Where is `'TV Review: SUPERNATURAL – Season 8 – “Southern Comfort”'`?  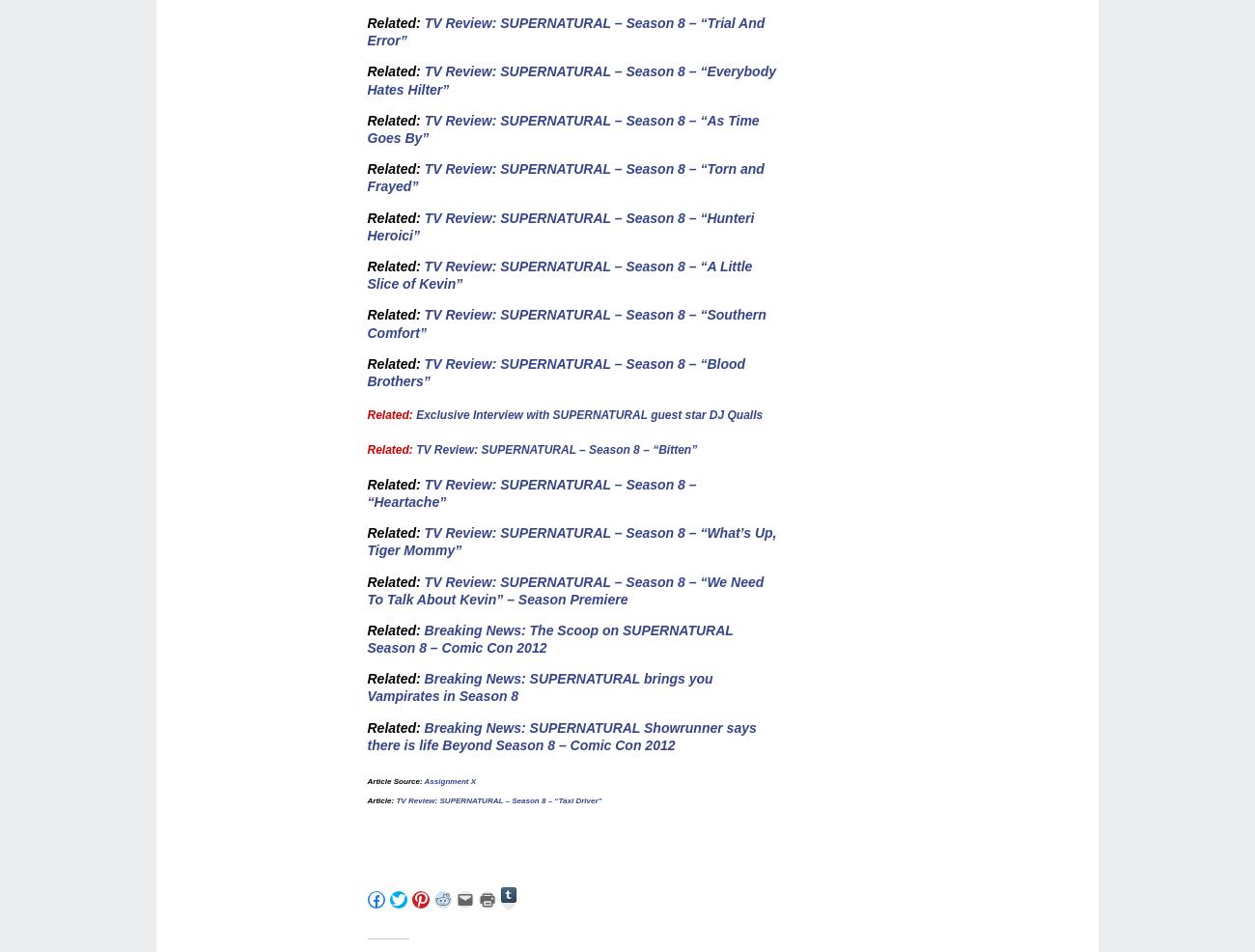 'TV Review: SUPERNATURAL – Season 8 – “Southern Comfort”' is located at coordinates (565, 322).